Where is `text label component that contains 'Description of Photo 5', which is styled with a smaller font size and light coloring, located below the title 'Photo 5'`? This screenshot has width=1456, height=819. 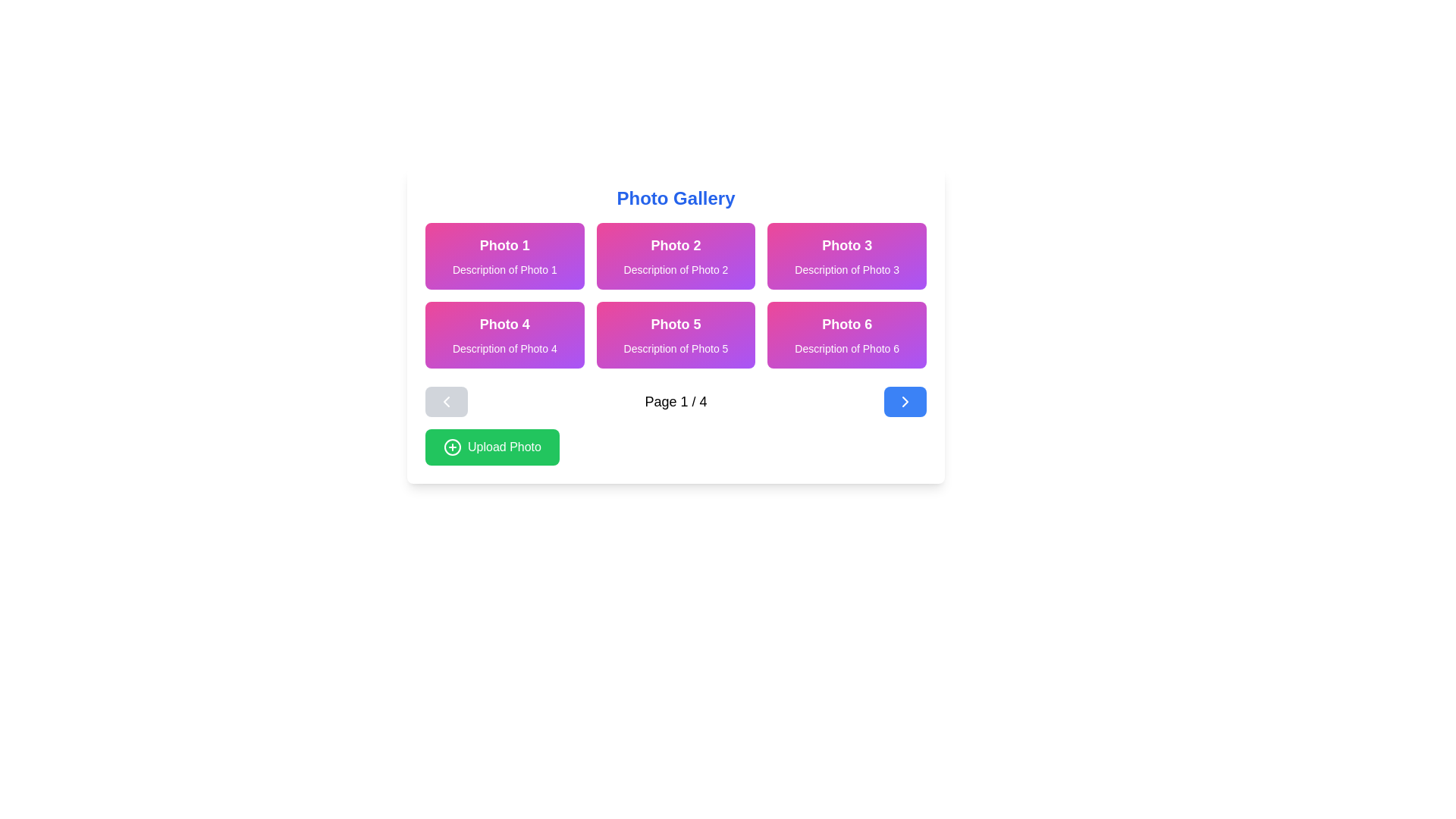 text label component that contains 'Description of Photo 5', which is styled with a smaller font size and light coloring, located below the title 'Photo 5' is located at coordinates (675, 348).